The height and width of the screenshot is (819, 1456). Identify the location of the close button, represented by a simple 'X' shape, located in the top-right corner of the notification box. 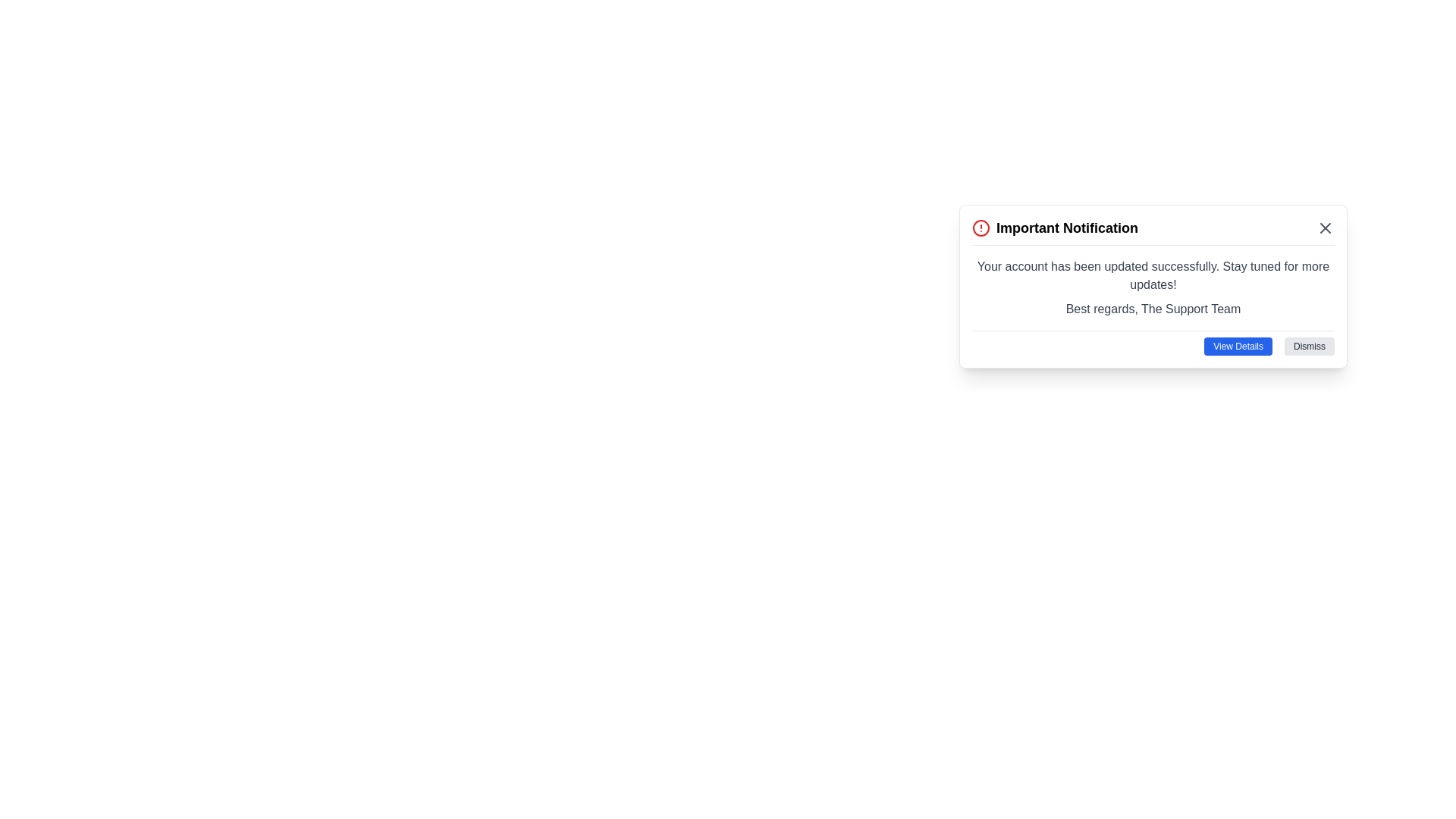
(1324, 227).